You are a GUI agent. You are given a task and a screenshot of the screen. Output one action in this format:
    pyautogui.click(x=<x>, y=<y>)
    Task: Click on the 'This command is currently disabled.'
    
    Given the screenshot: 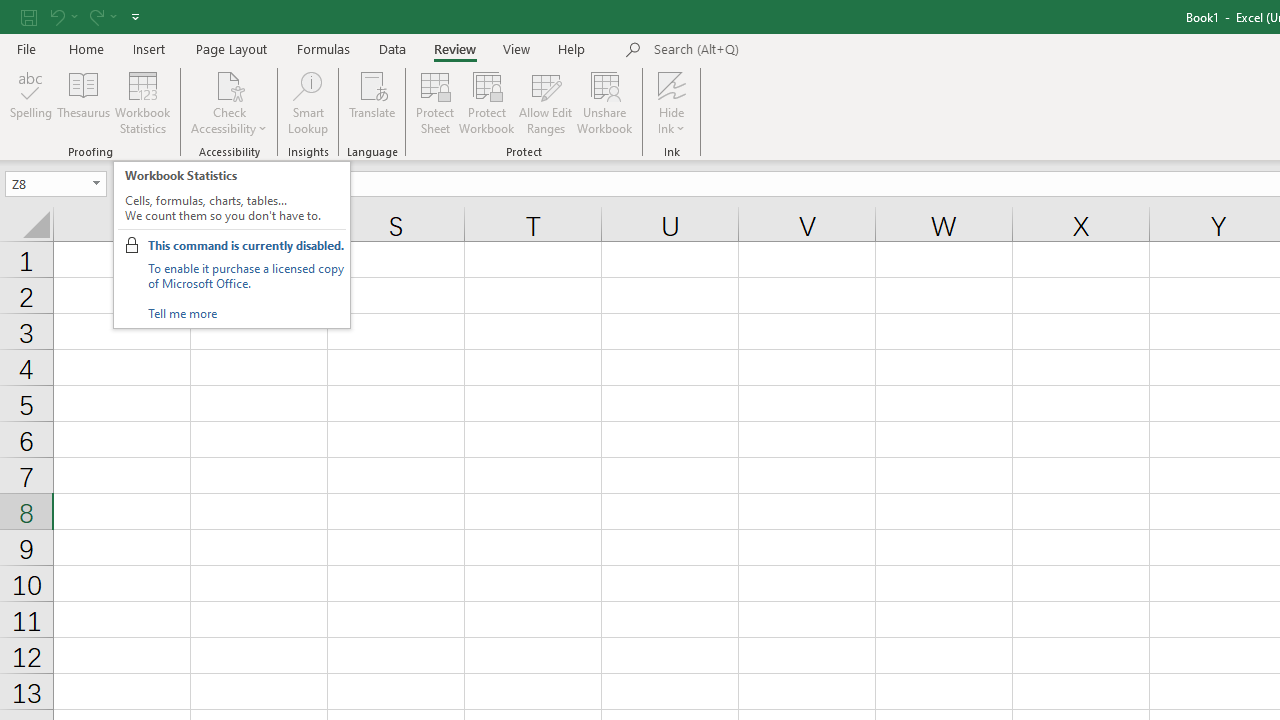 What is the action you would take?
    pyautogui.click(x=244, y=244)
    